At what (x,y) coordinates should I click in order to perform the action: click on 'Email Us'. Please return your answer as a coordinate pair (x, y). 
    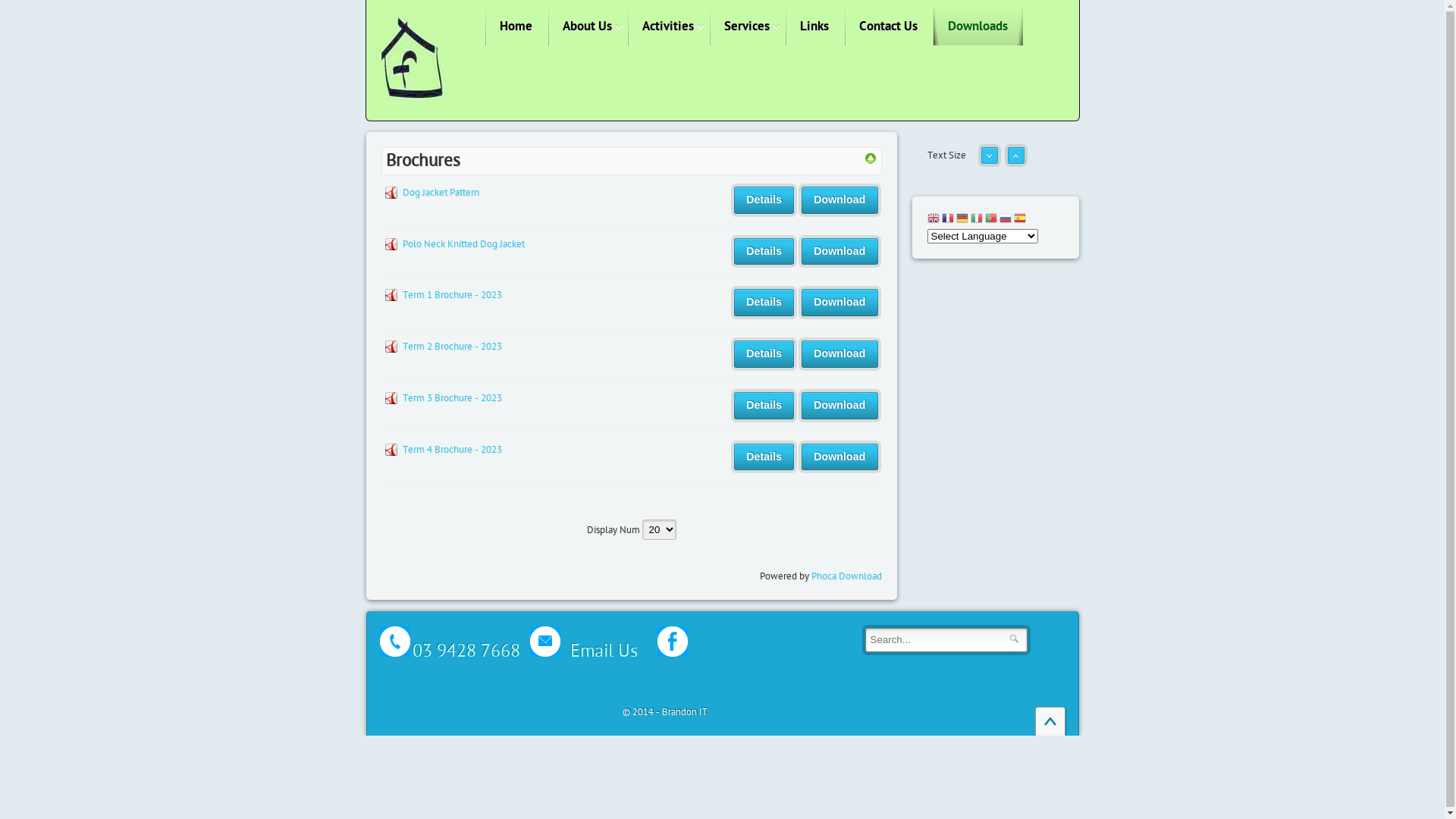
    Looking at the image, I should click on (520, 645).